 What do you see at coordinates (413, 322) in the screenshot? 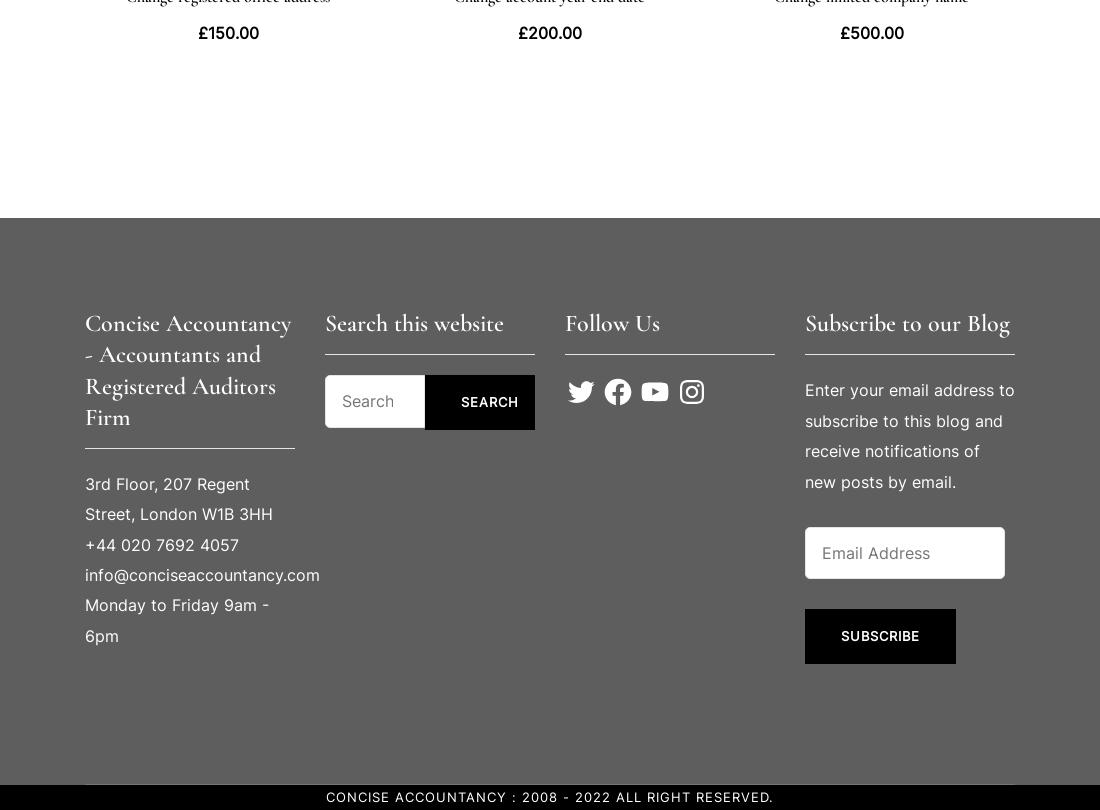
I see `'Search this website'` at bounding box center [413, 322].